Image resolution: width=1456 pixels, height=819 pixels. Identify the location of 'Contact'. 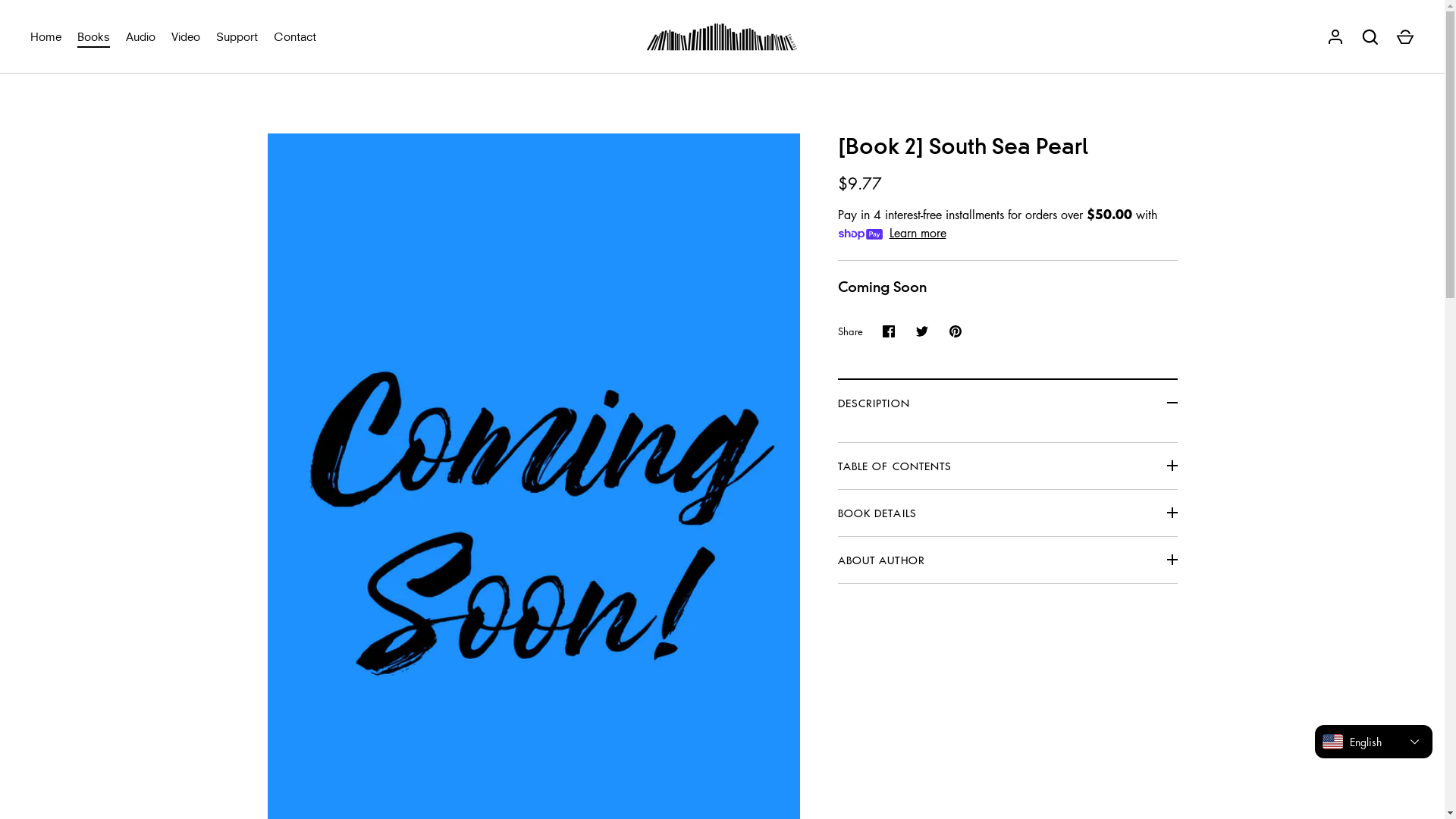
(294, 36).